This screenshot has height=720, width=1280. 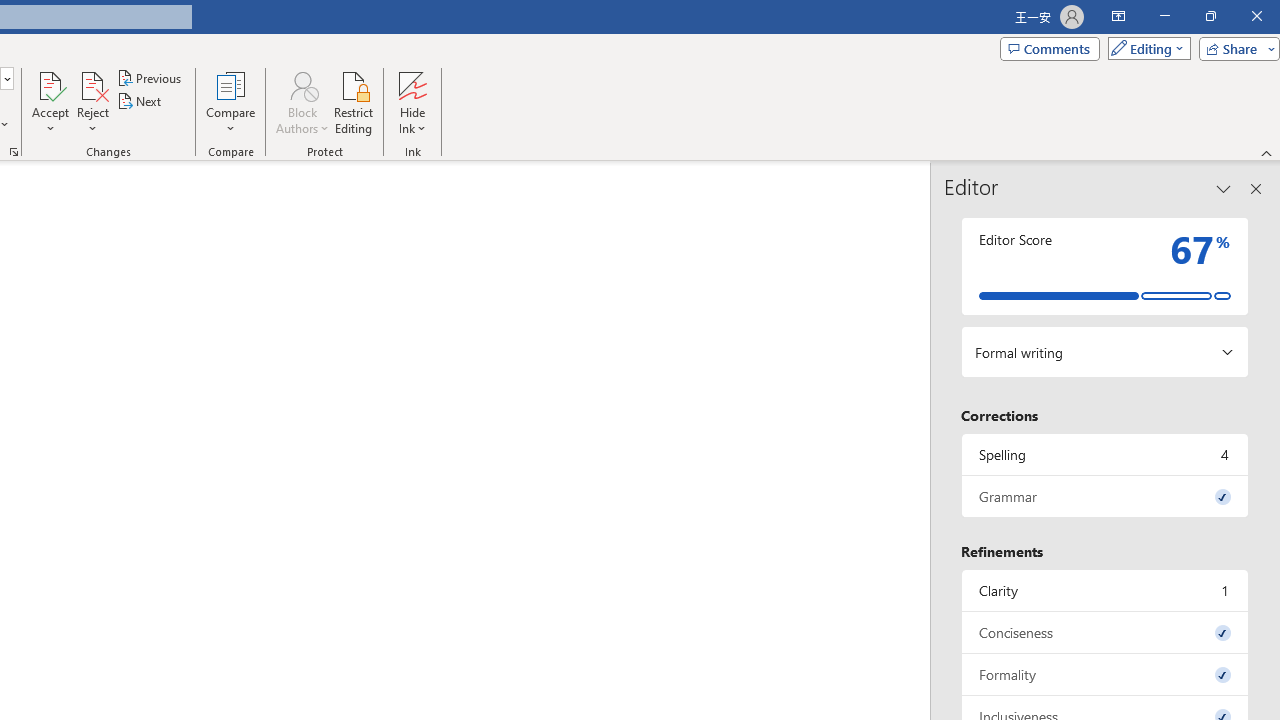 I want to click on 'Ribbon Display Options', so click(x=1117, y=16).